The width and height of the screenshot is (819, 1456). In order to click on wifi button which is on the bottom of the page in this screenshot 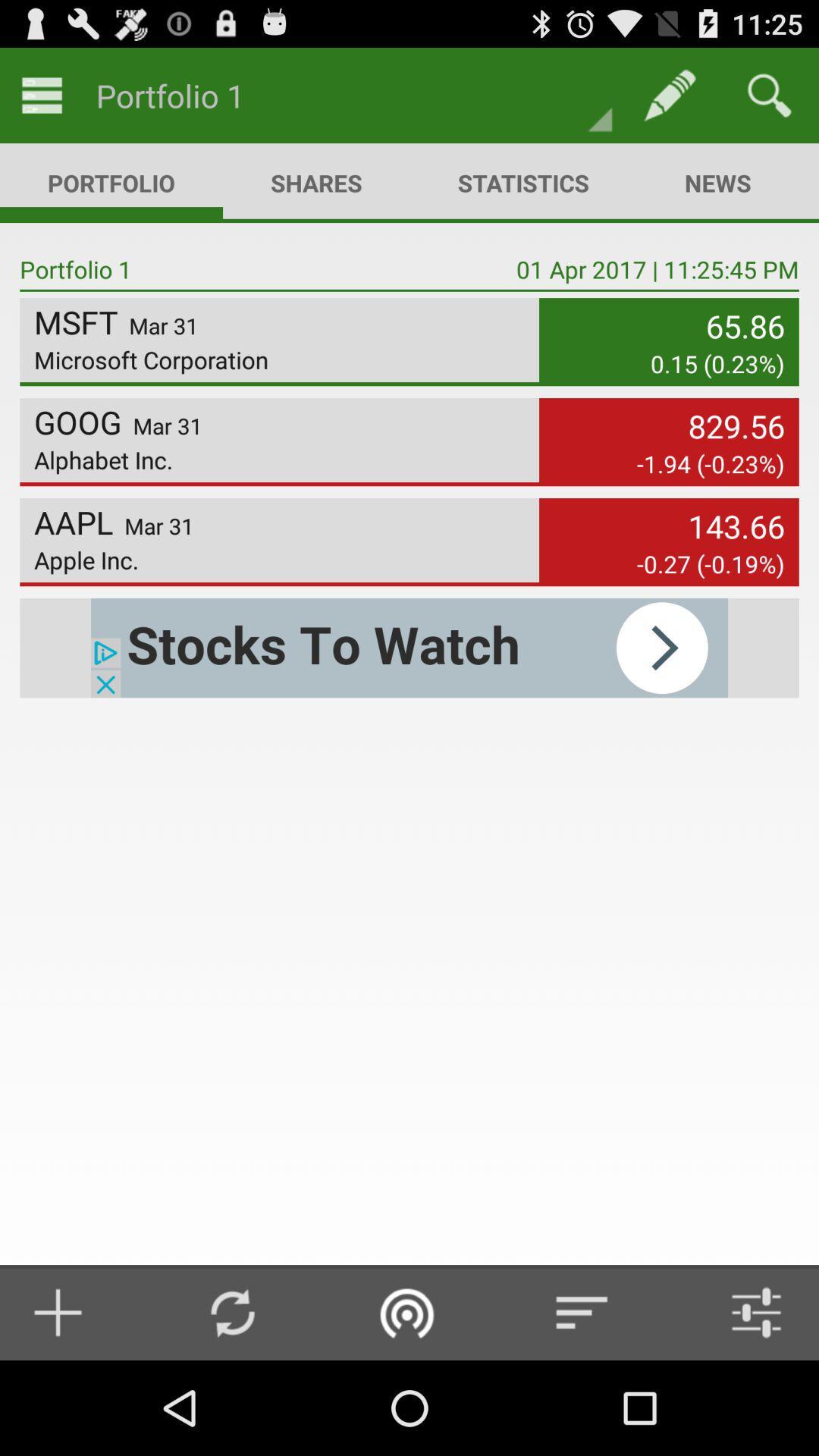, I will do `click(406, 1312)`.